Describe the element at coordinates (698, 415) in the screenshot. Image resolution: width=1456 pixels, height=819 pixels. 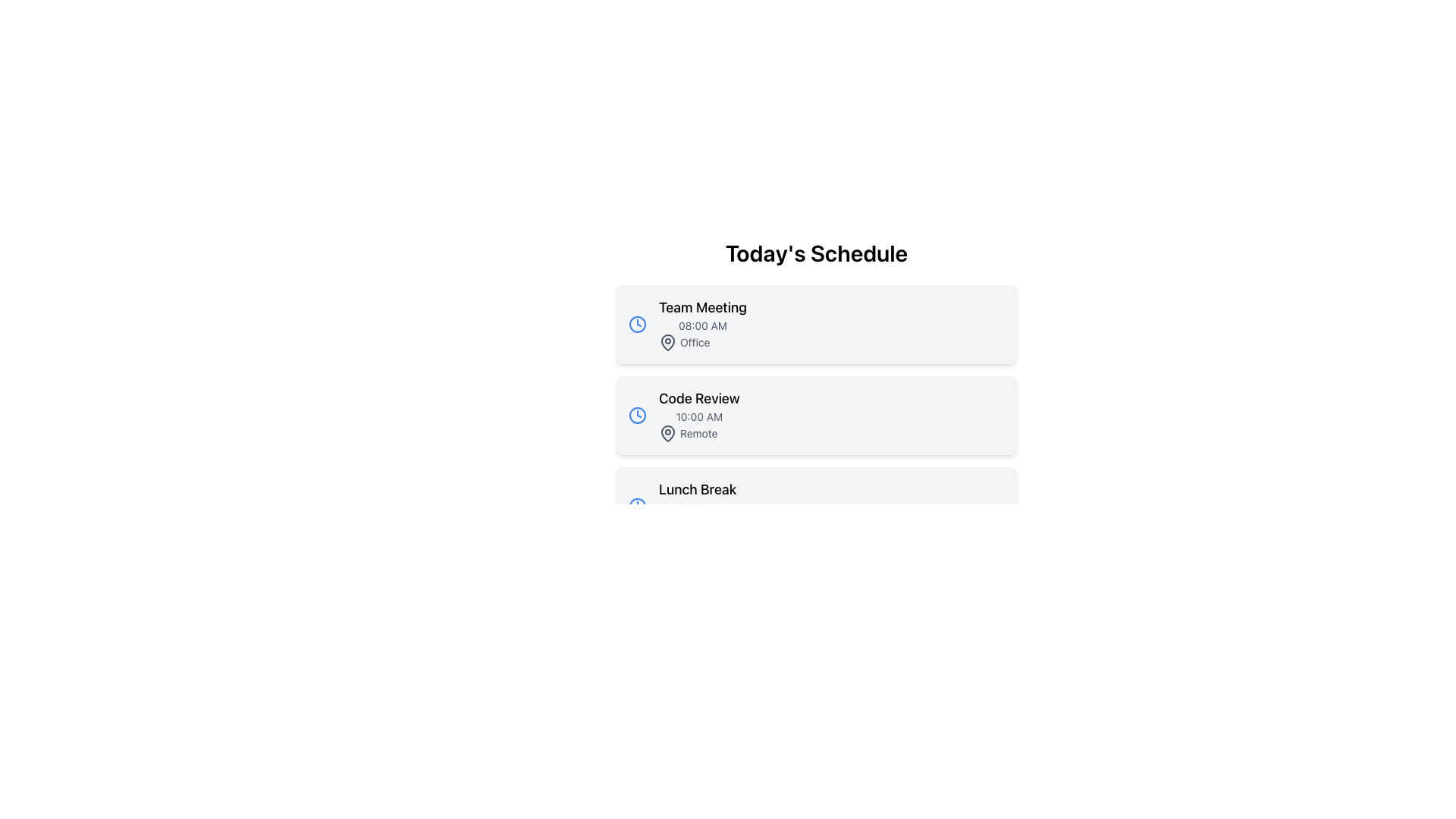
I see `the 'Code Review' event schedule entry` at that location.